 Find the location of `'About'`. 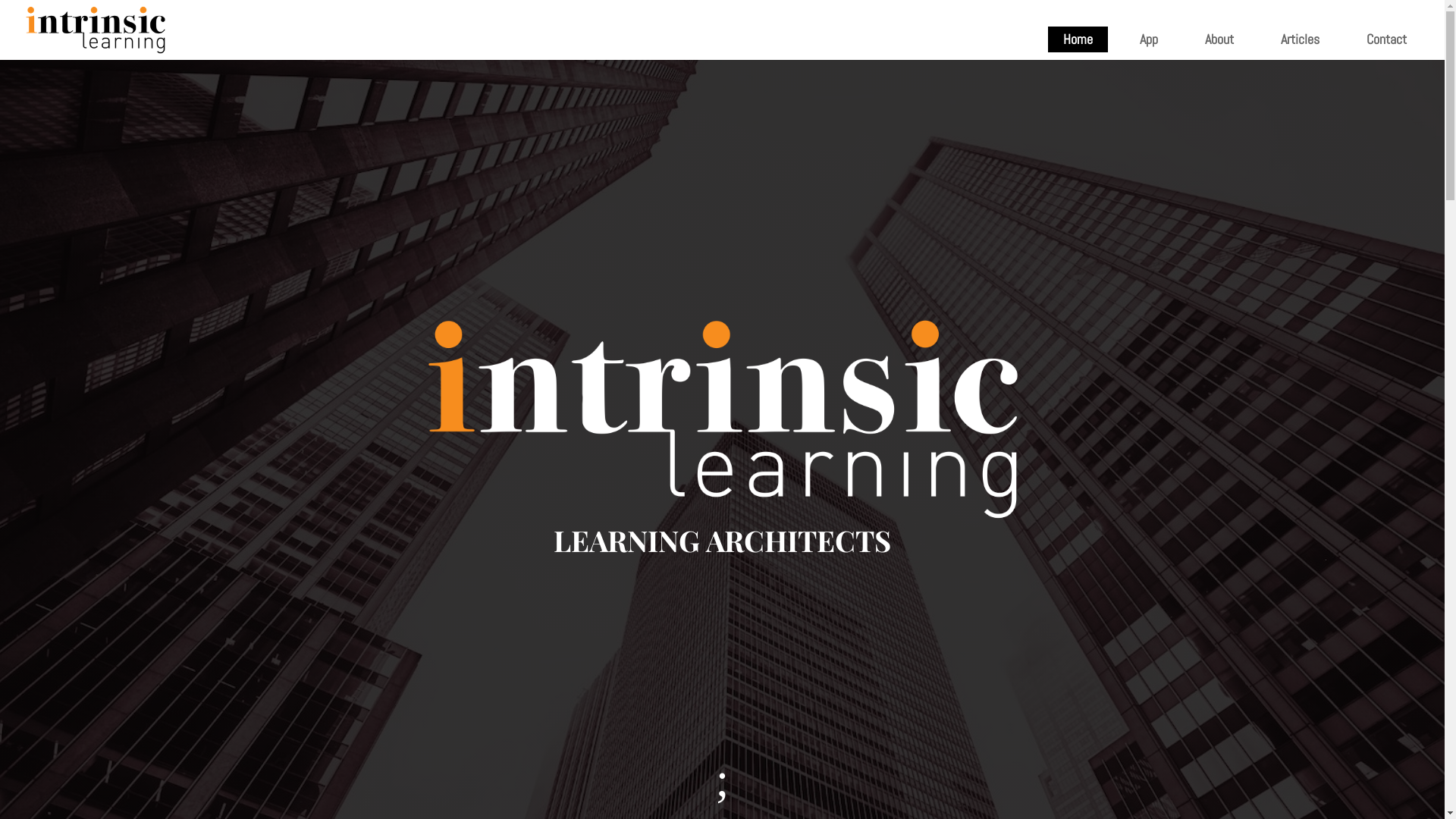

'About' is located at coordinates (1219, 38).